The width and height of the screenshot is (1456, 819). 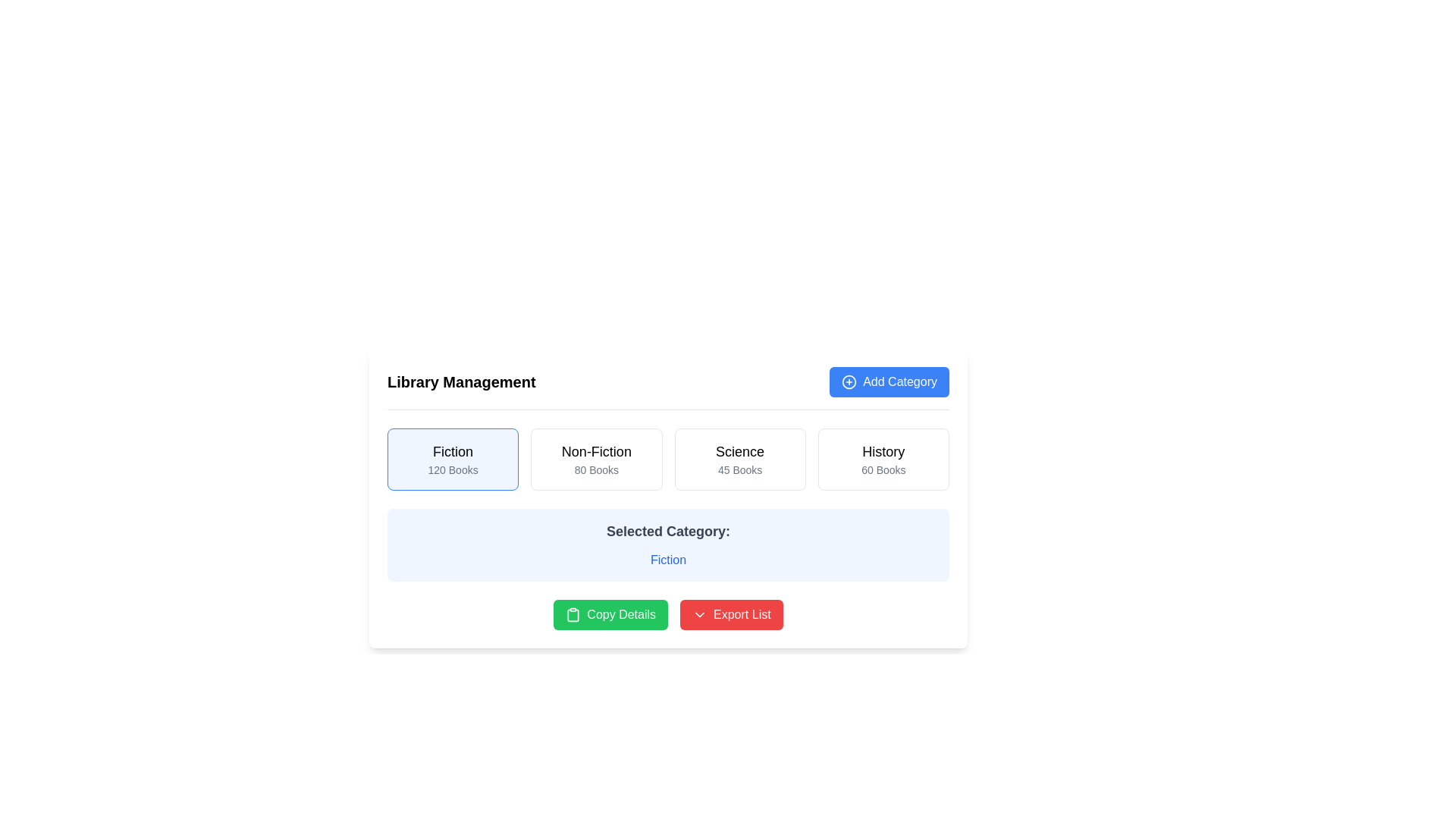 What do you see at coordinates (595, 451) in the screenshot?
I see `the text label displaying 'Non-Fiction', which is located within a card-like structure in the Library Management interface` at bounding box center [595, 451].